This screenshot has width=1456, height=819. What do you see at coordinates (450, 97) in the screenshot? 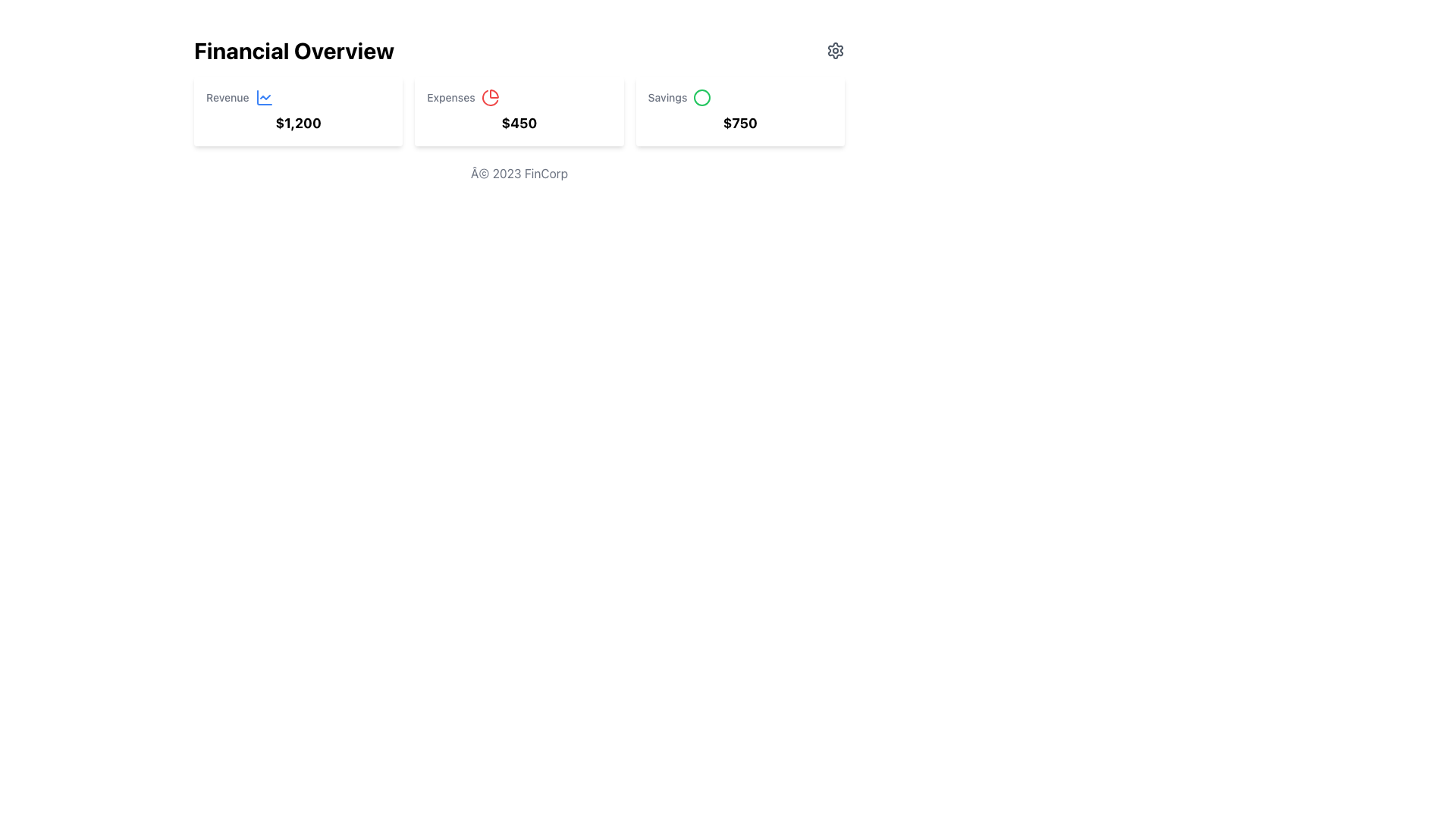
I see `the text label displaying 'Expenses' which is located to the left of the chart icon and above the monetary value '$450'` at bounding box center [450, 97].